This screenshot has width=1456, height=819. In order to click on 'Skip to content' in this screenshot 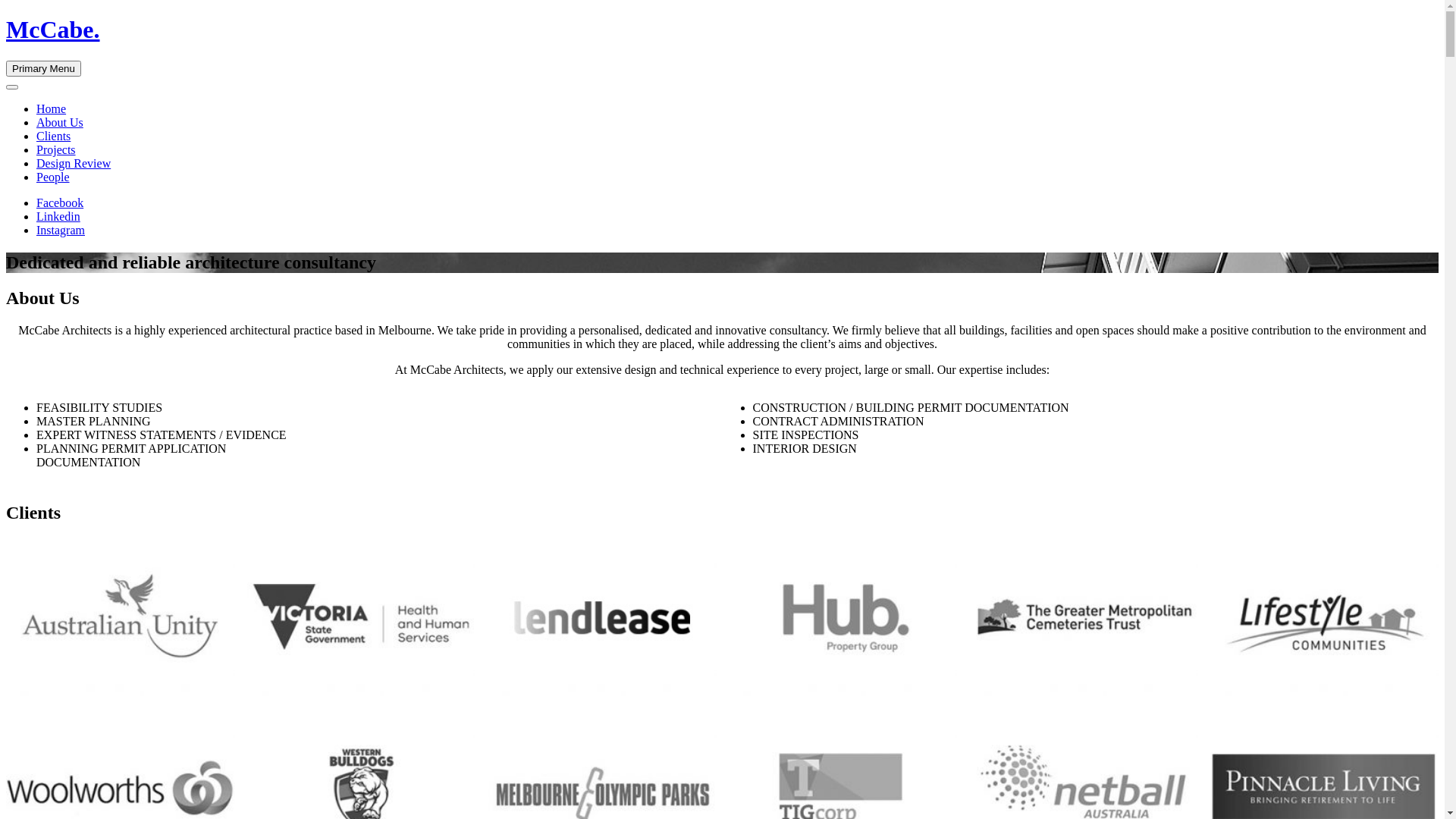, I will do `click(5, 15)`.